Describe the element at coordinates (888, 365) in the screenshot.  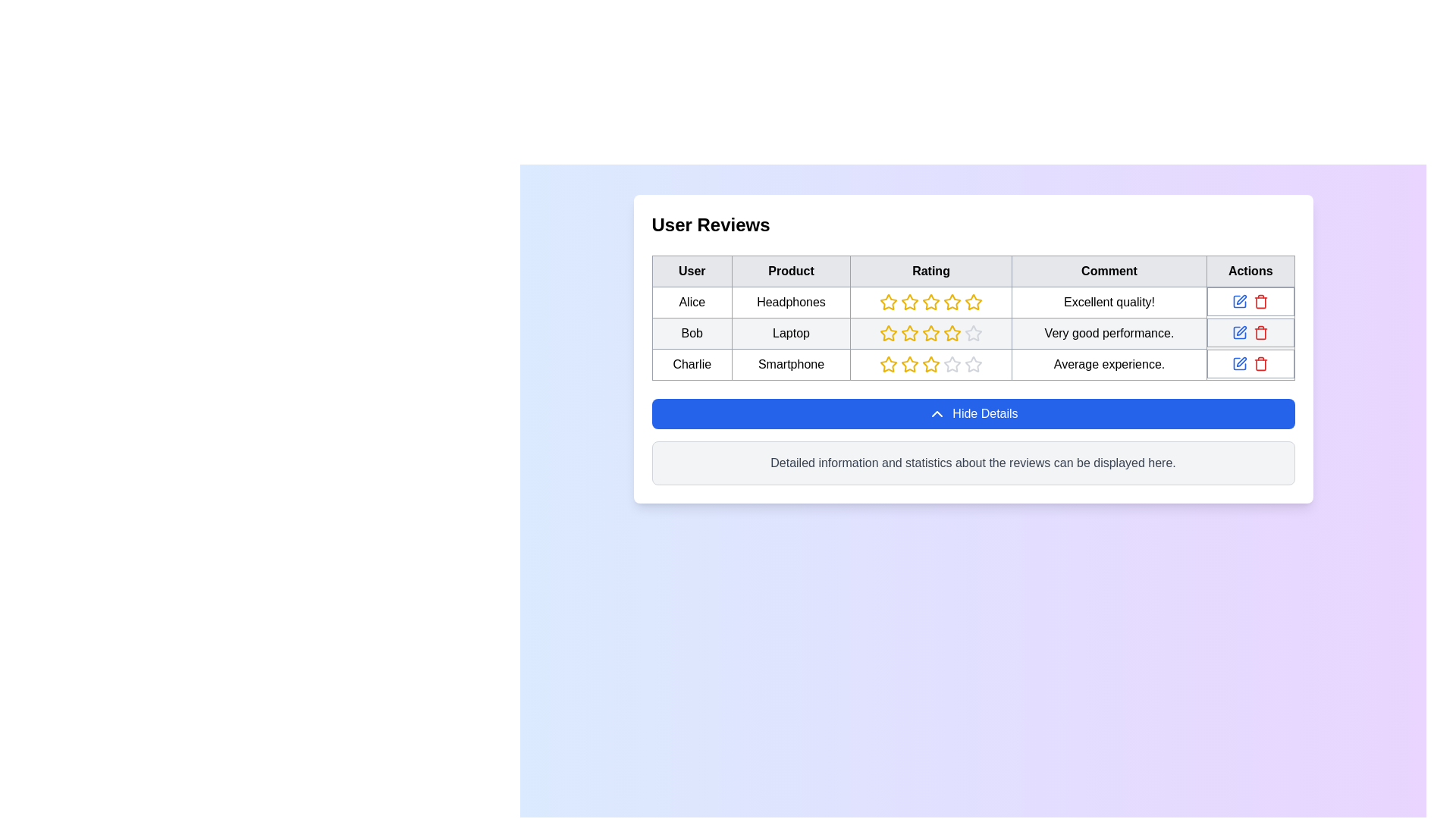
I see `the fourth star icon in the 'Rating' column of the third row associated with user 'Charlie' for the product 'Smartphone'` at that location.